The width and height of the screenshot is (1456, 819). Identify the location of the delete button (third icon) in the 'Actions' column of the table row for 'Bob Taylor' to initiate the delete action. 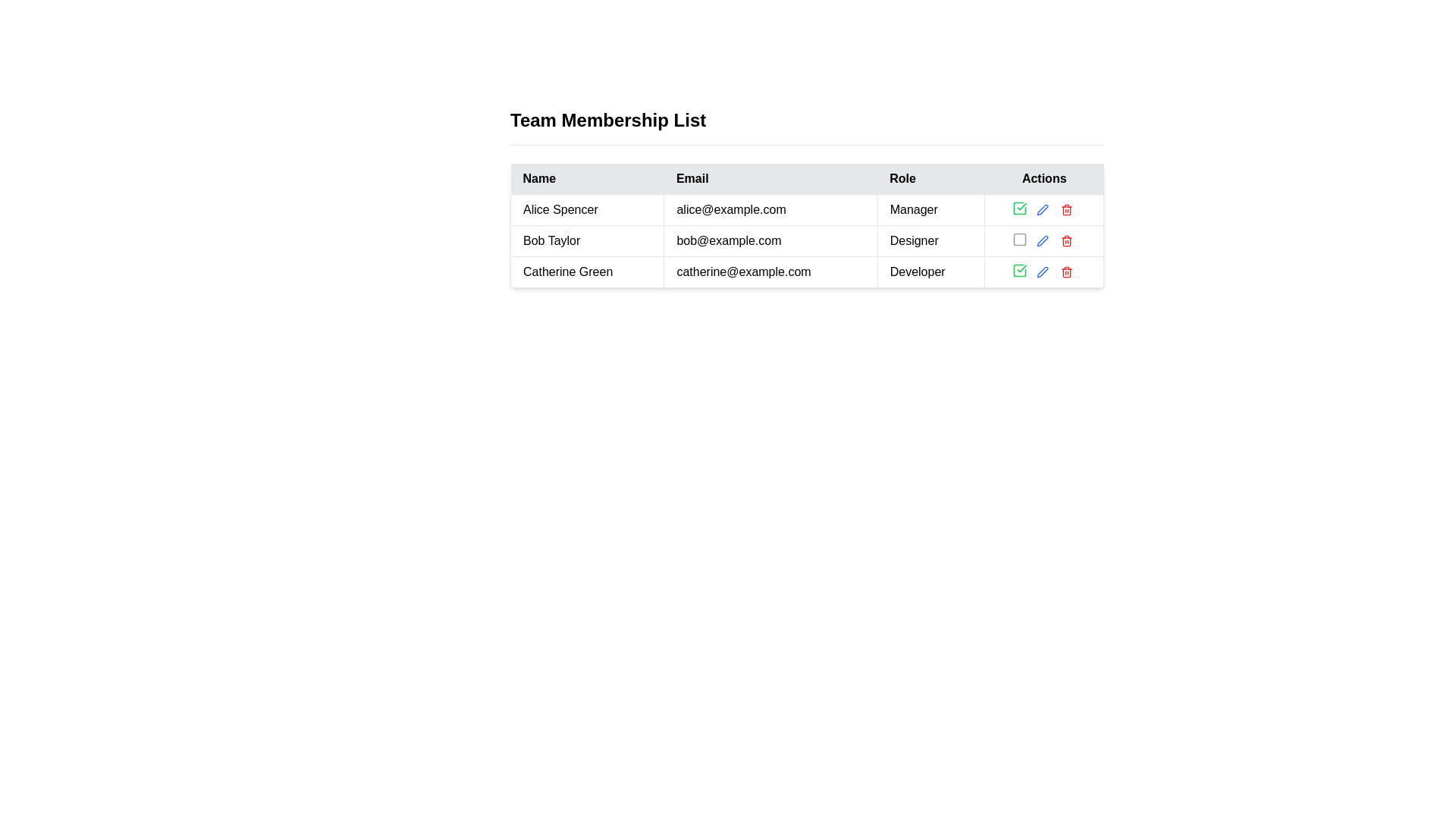
(1066, 240).